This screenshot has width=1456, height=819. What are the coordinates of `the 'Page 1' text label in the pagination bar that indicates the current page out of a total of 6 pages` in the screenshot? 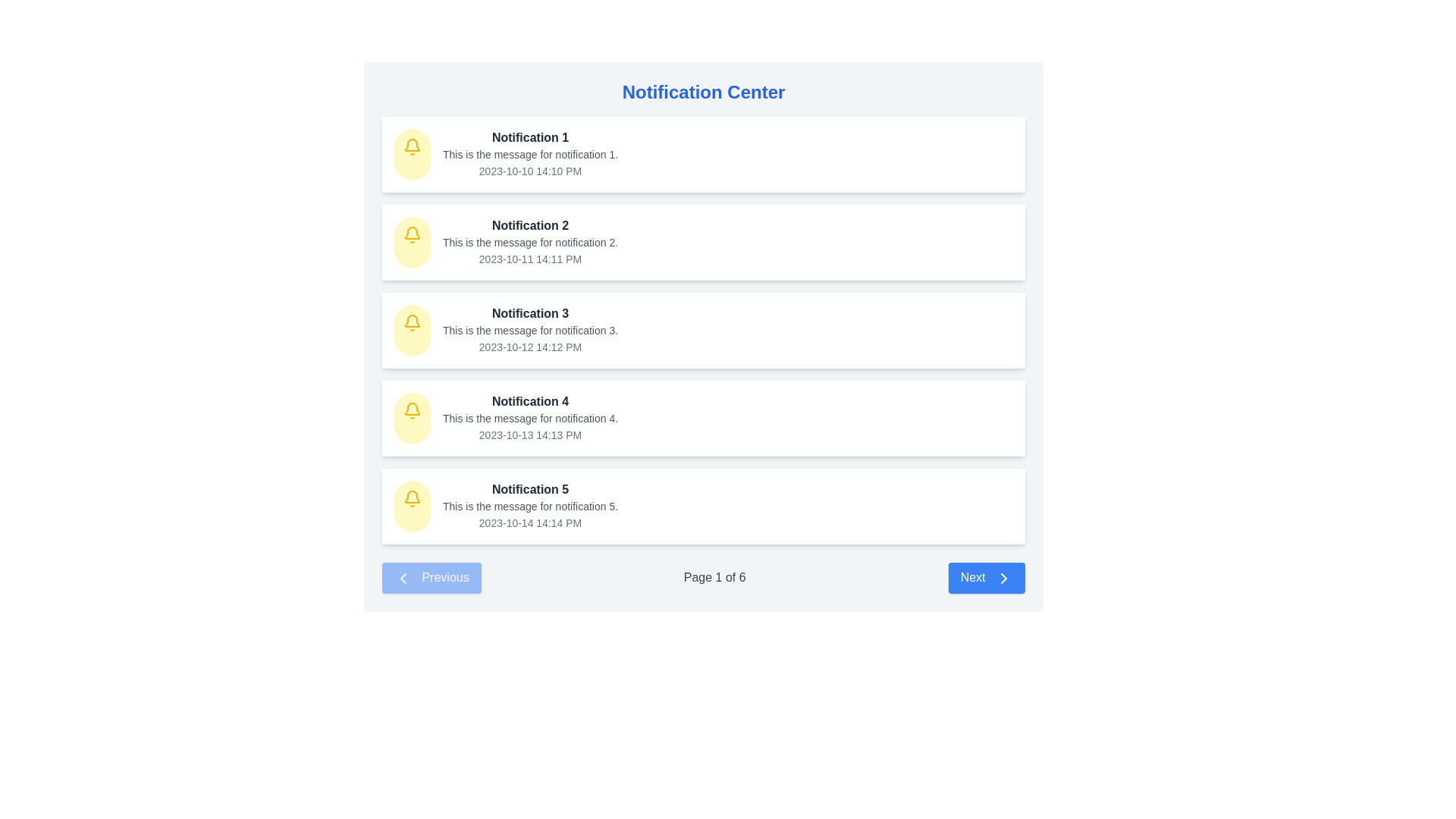 It's located at (714, 578).